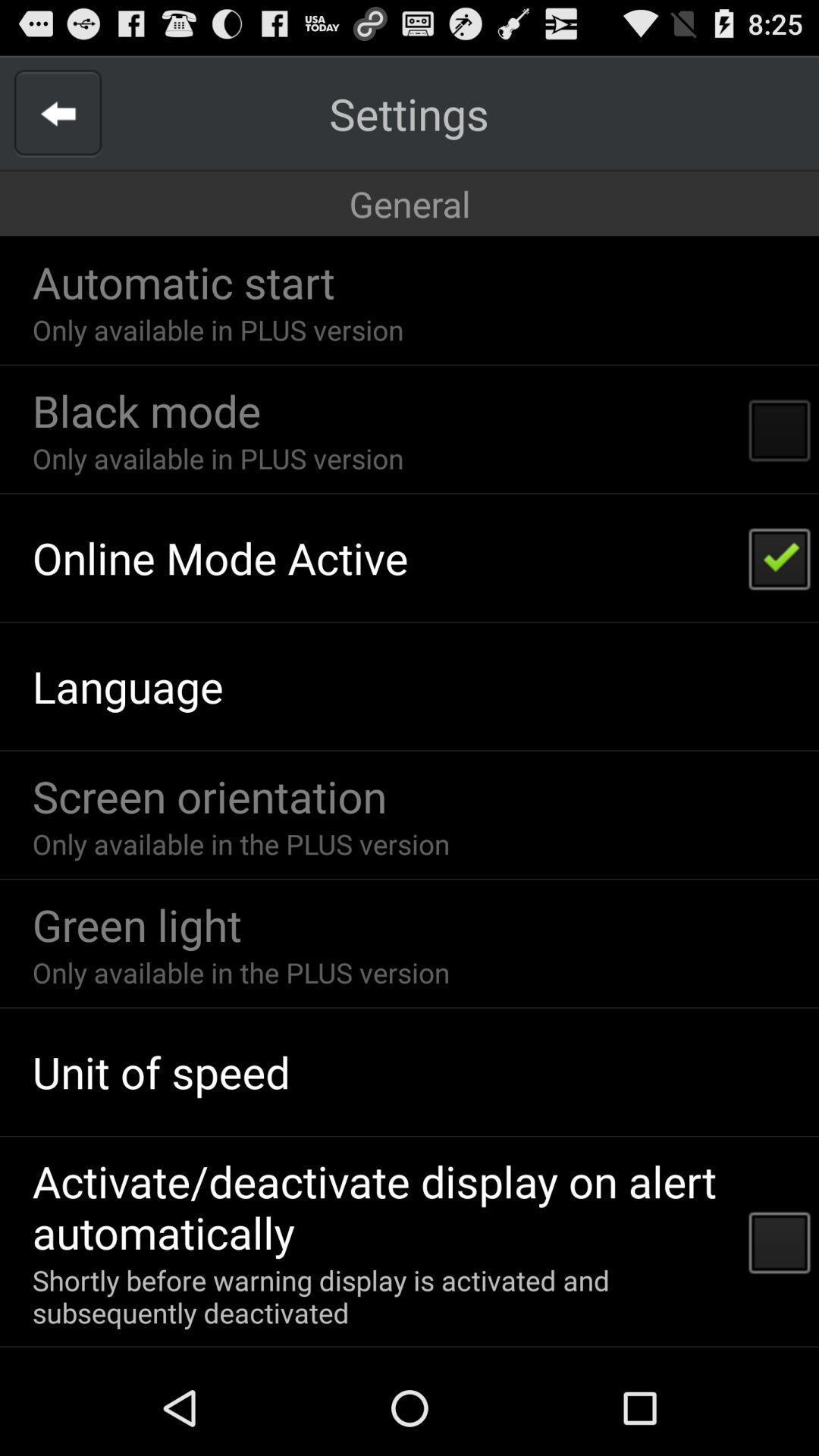 Image resolution: width=819 pixels, height=1456 pixels. Describe the element at coordinates (220, 557) in the screenshot. I see `the online mode active` at that location.